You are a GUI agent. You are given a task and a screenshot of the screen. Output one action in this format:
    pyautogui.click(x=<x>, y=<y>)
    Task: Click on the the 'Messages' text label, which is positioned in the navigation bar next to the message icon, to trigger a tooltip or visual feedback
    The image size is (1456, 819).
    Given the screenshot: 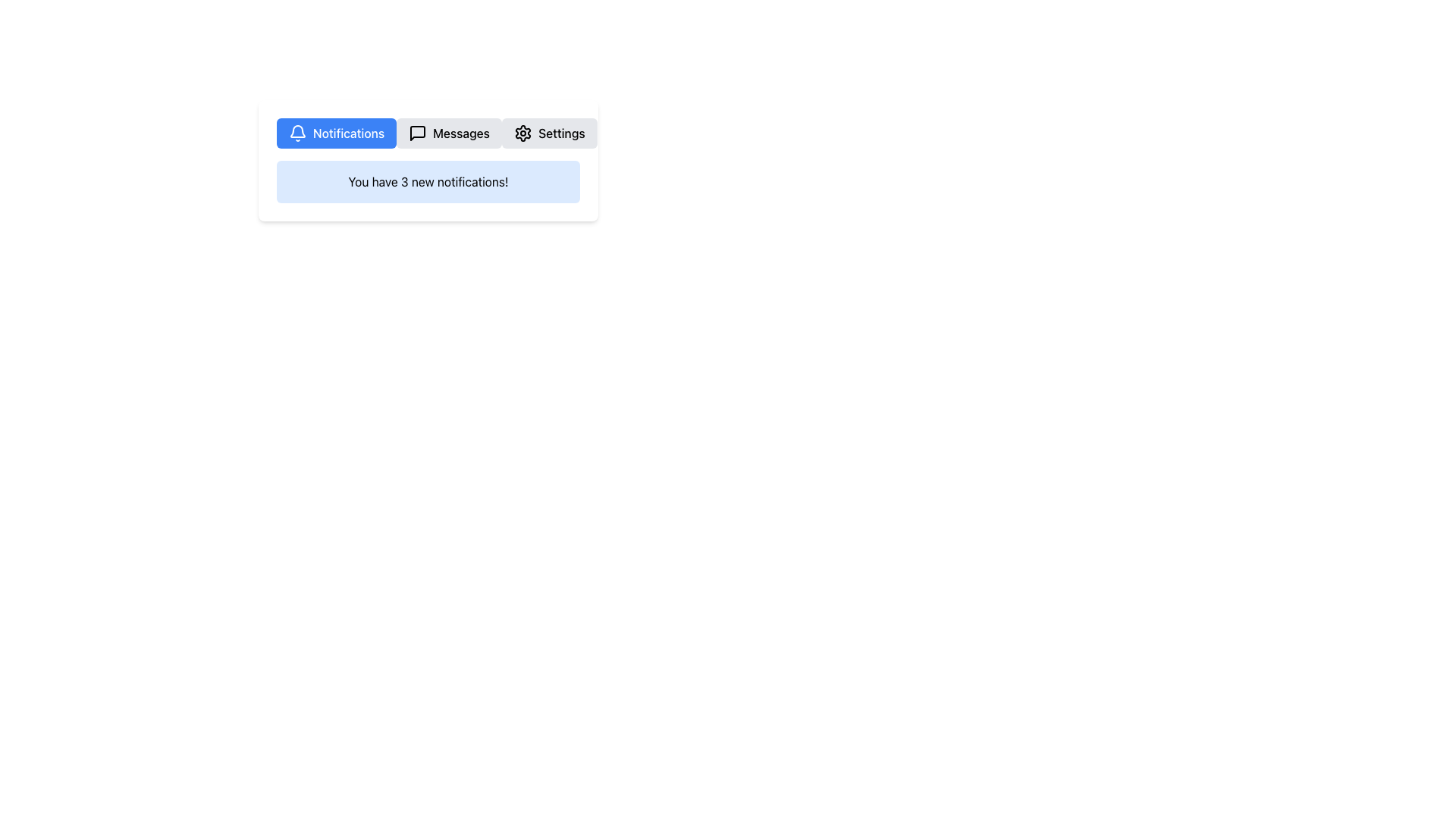 What is the action you would take?
    pyautogui.click(x=460, y=133)
    